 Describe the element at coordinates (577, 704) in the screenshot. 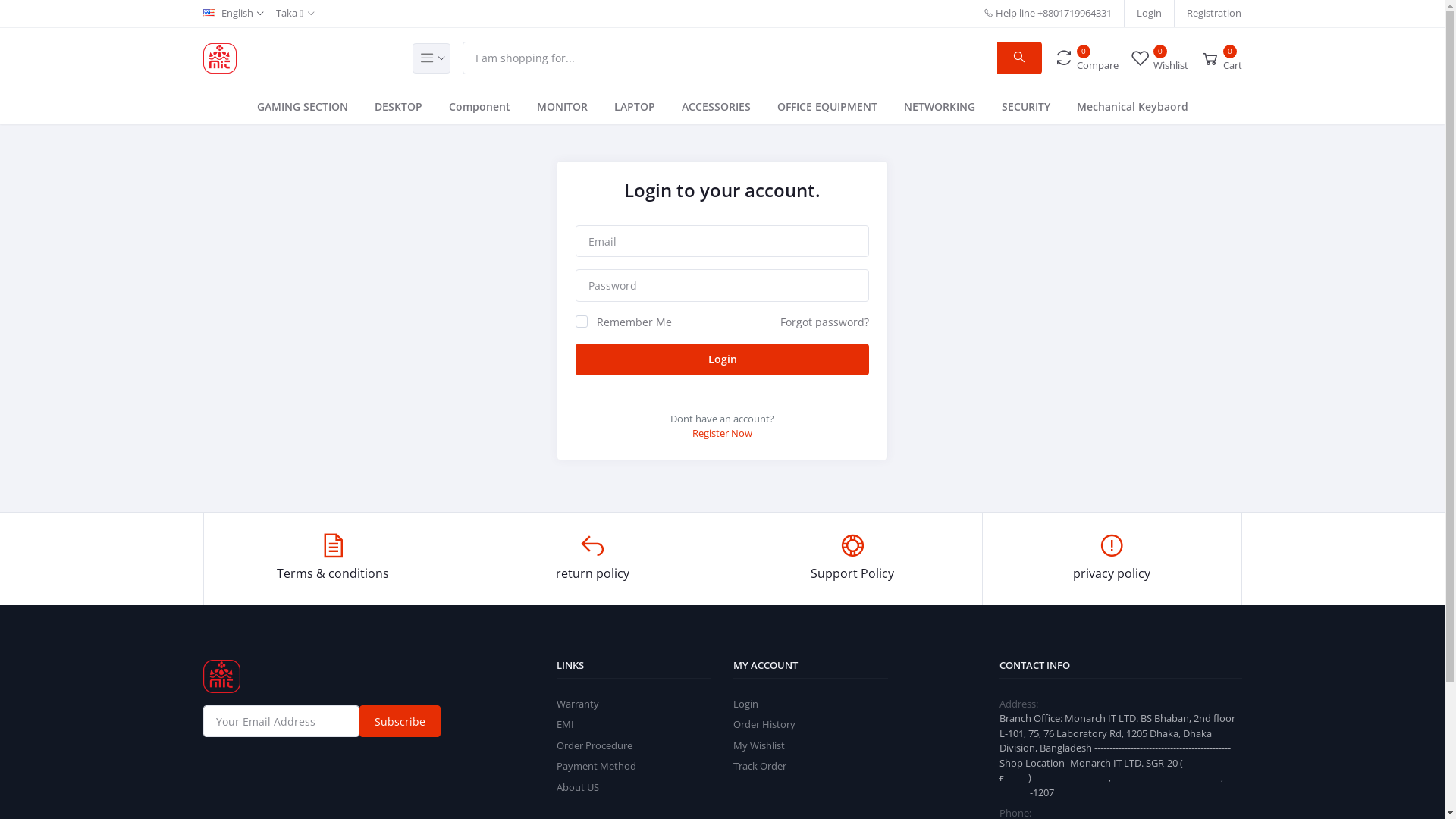

I see `'Warranty'` at that location.